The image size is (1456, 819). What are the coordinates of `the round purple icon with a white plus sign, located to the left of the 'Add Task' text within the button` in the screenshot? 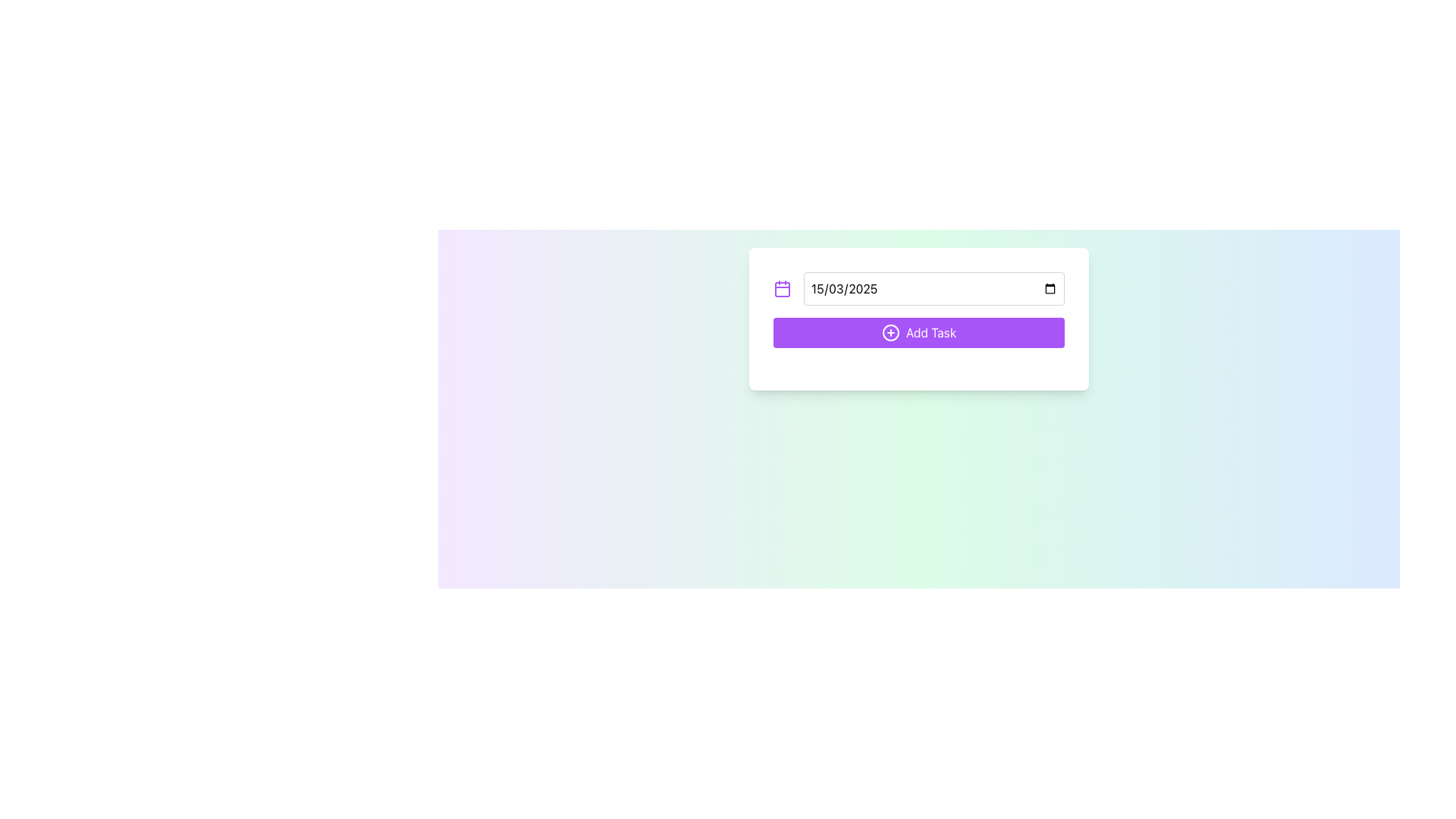 It's located at (890, 332).